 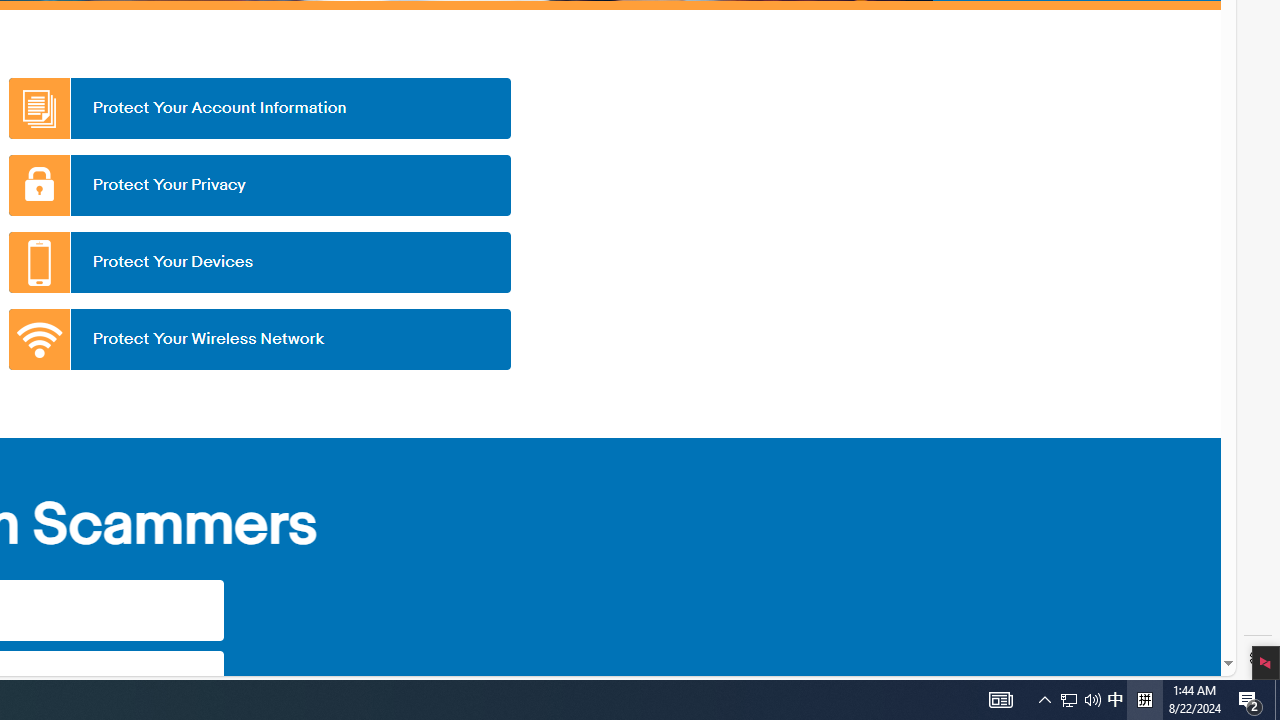 I want to click on 'Protect Your Account Information', so click(x=258, y=108).